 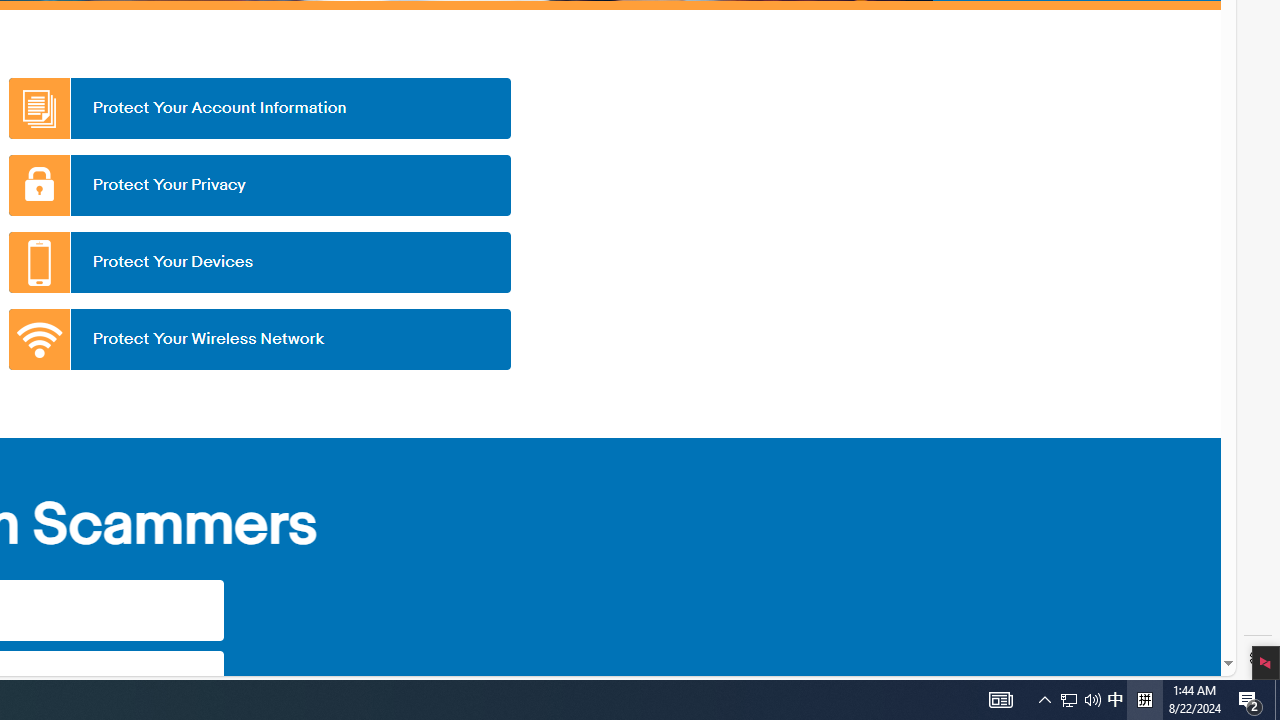 I want to click on 'Protect Your Account Information', so click(x=258, y=108).